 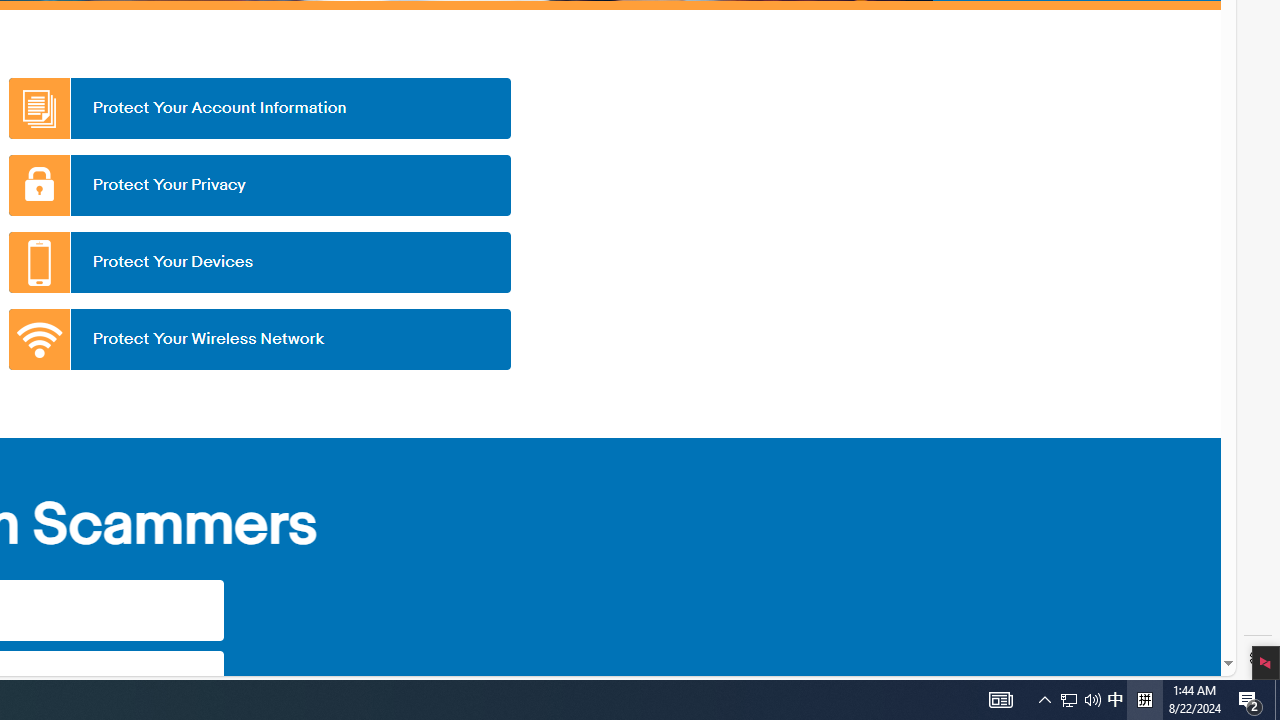 I want to click on 'Protect Your Account Information', so click(x=258, y=108).